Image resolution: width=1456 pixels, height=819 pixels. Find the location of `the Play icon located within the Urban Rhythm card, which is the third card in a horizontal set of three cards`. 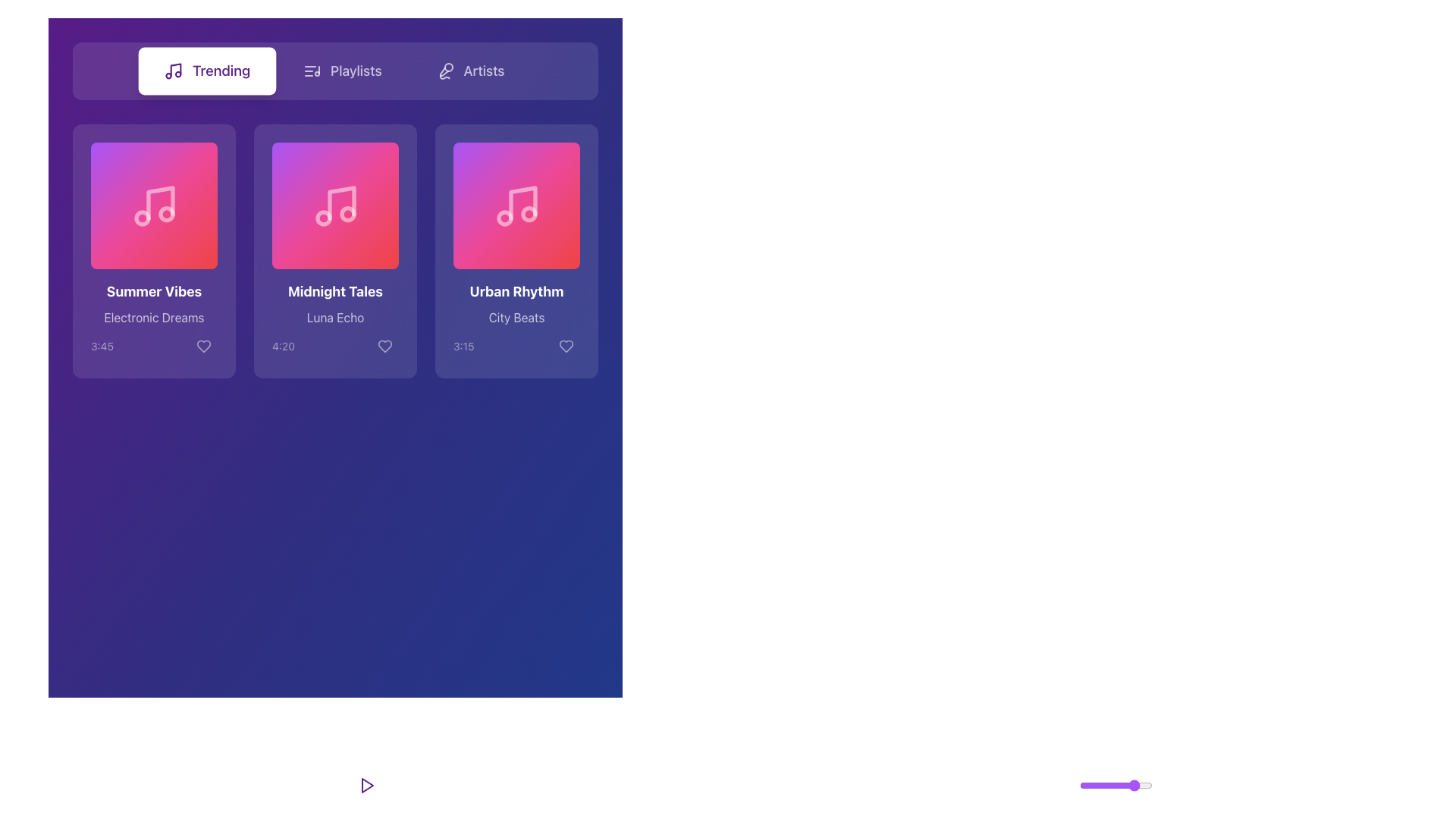

the Play icon located within the Urban Rhythm card, which is the third card in a horizontal set of three cards is located at coordinates (519, 206).